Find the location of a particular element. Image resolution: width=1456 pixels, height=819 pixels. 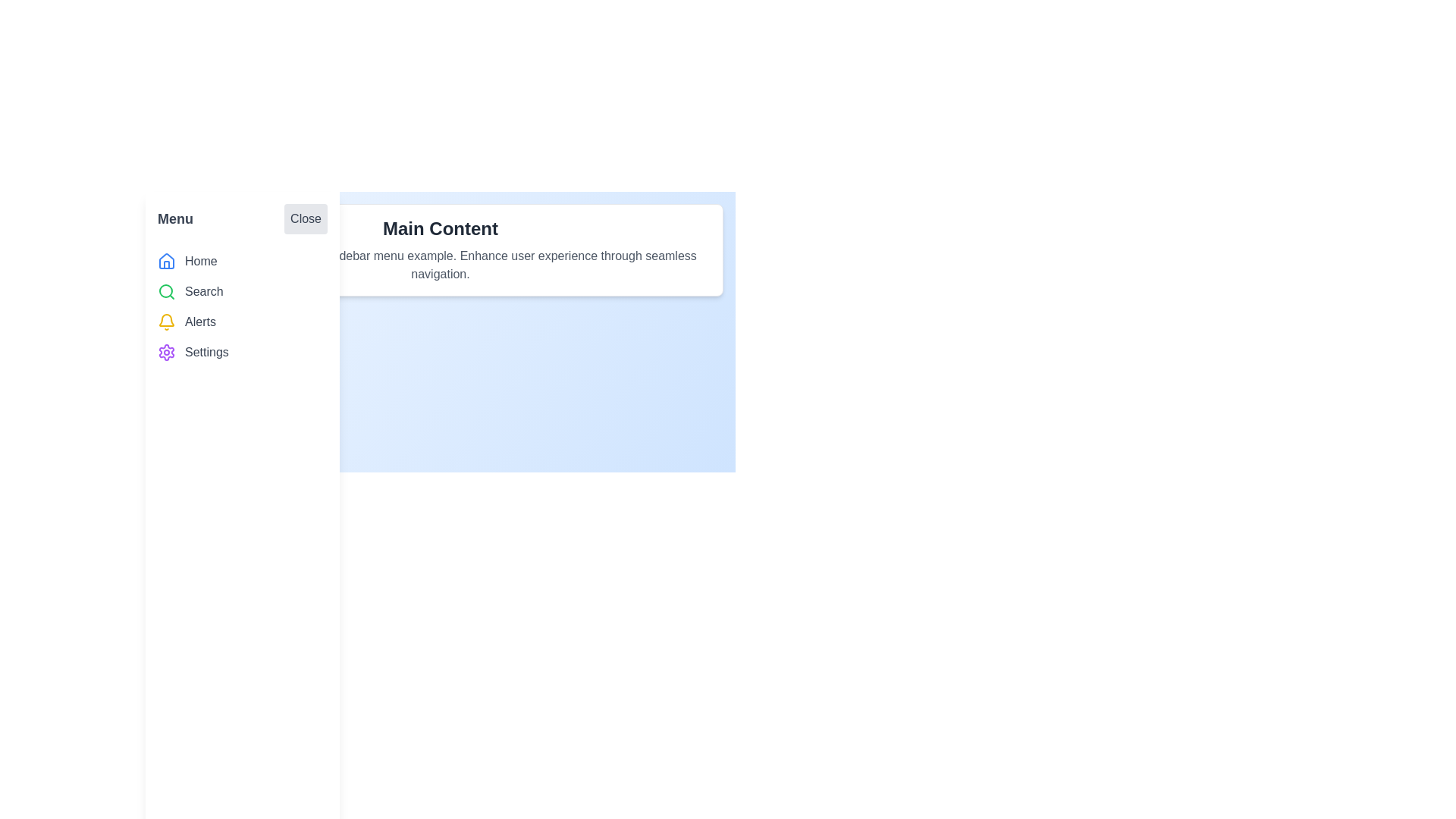

the close button located at the right end of the menu section is located at coordinates (305, 219).